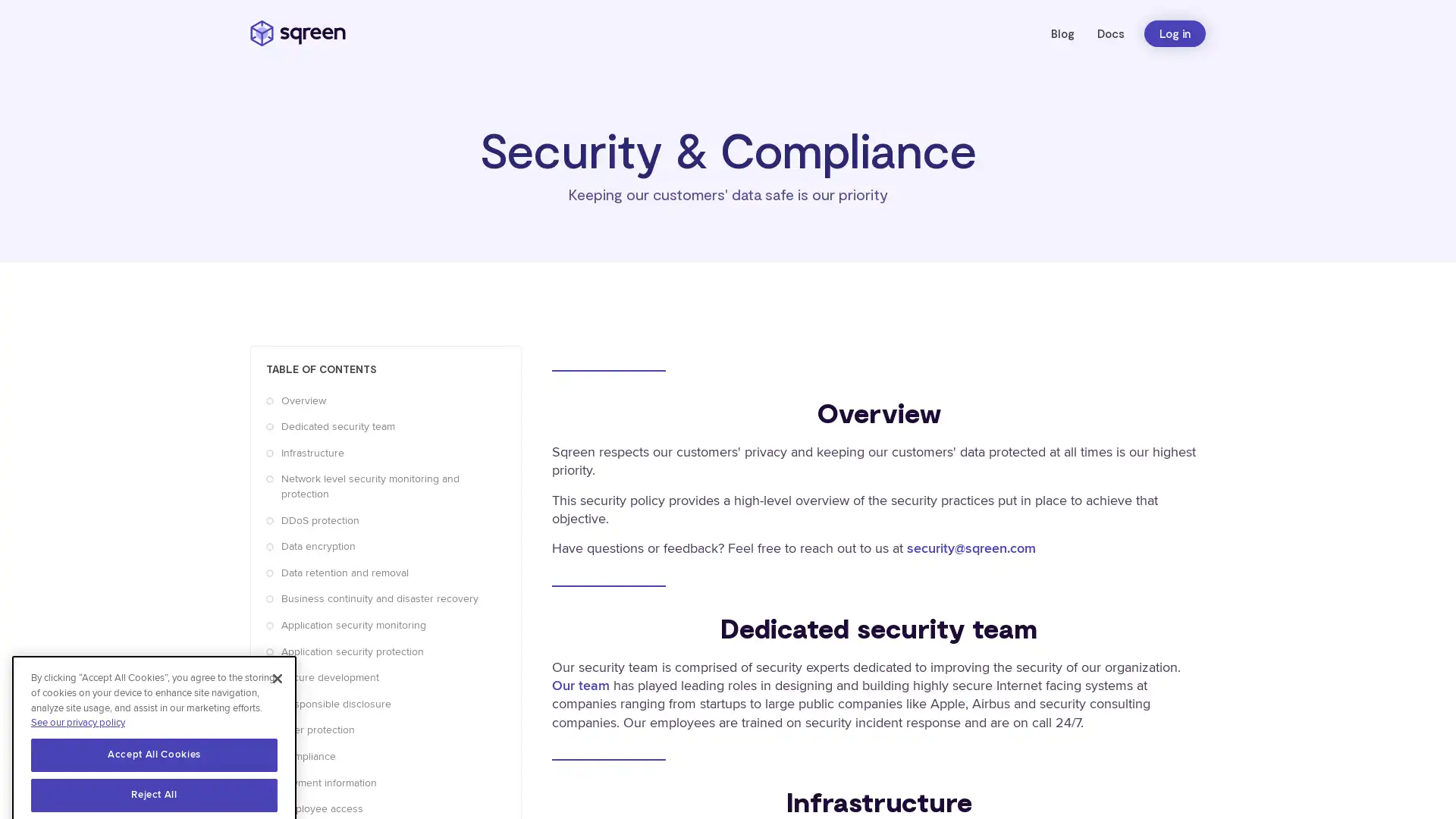 The width and height of the screenshot is (1456, 819). I want to click on Close, so click(277, 645).